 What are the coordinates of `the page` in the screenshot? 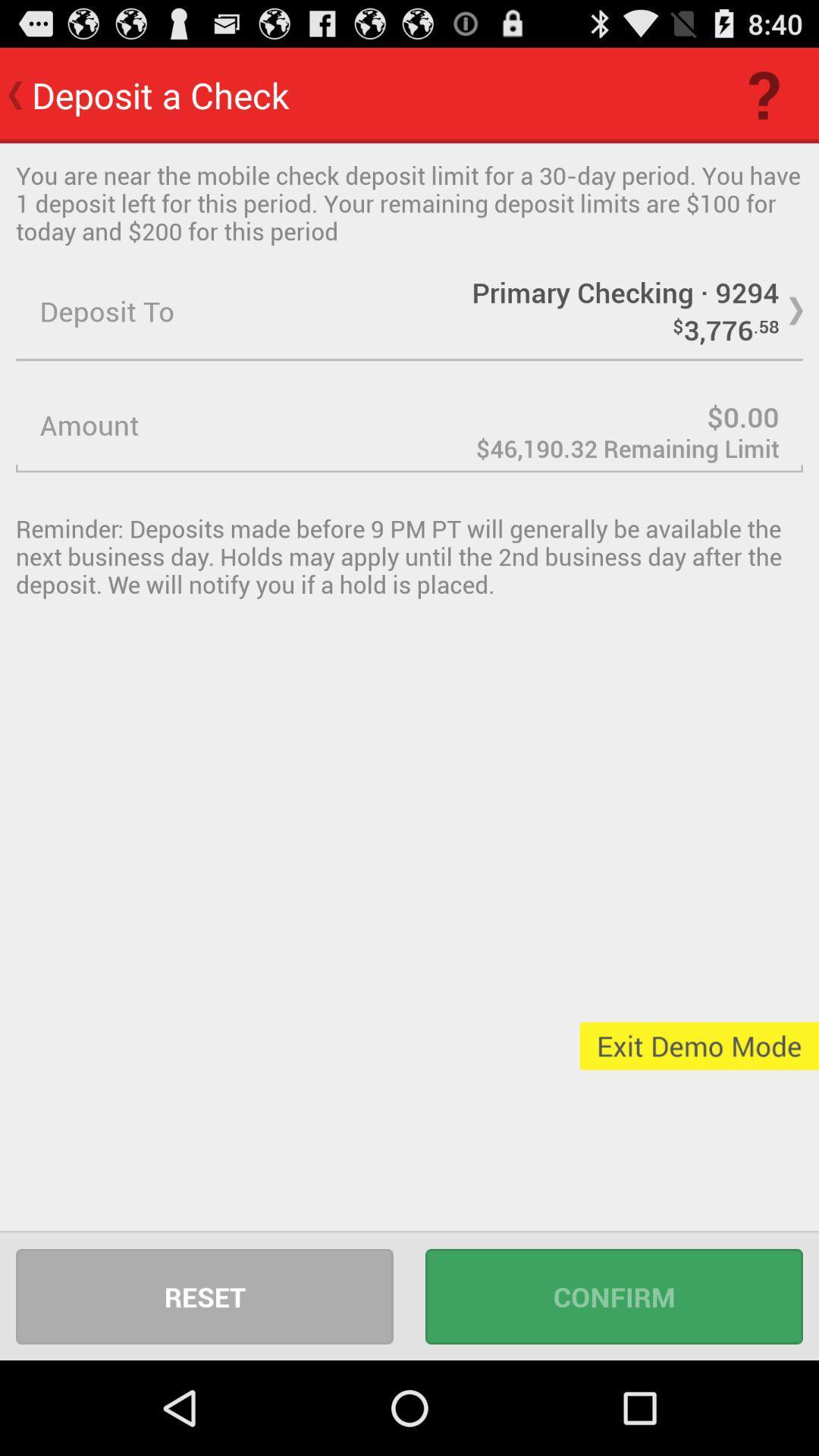 It's located at (409, 425).